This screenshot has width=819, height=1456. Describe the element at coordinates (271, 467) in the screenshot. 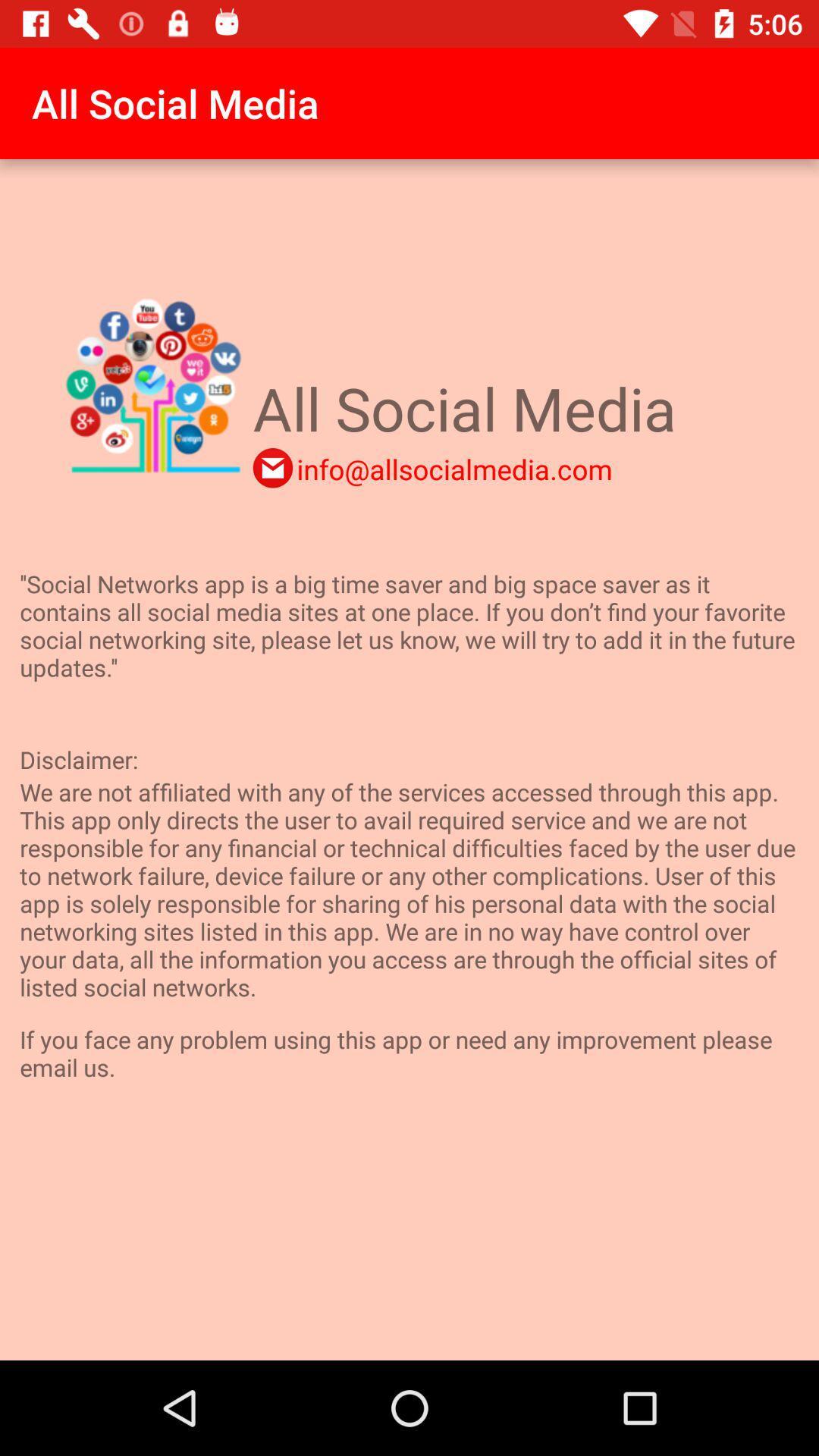

I see `the item to the left of info@allsocialmedia.com icon` at that location.